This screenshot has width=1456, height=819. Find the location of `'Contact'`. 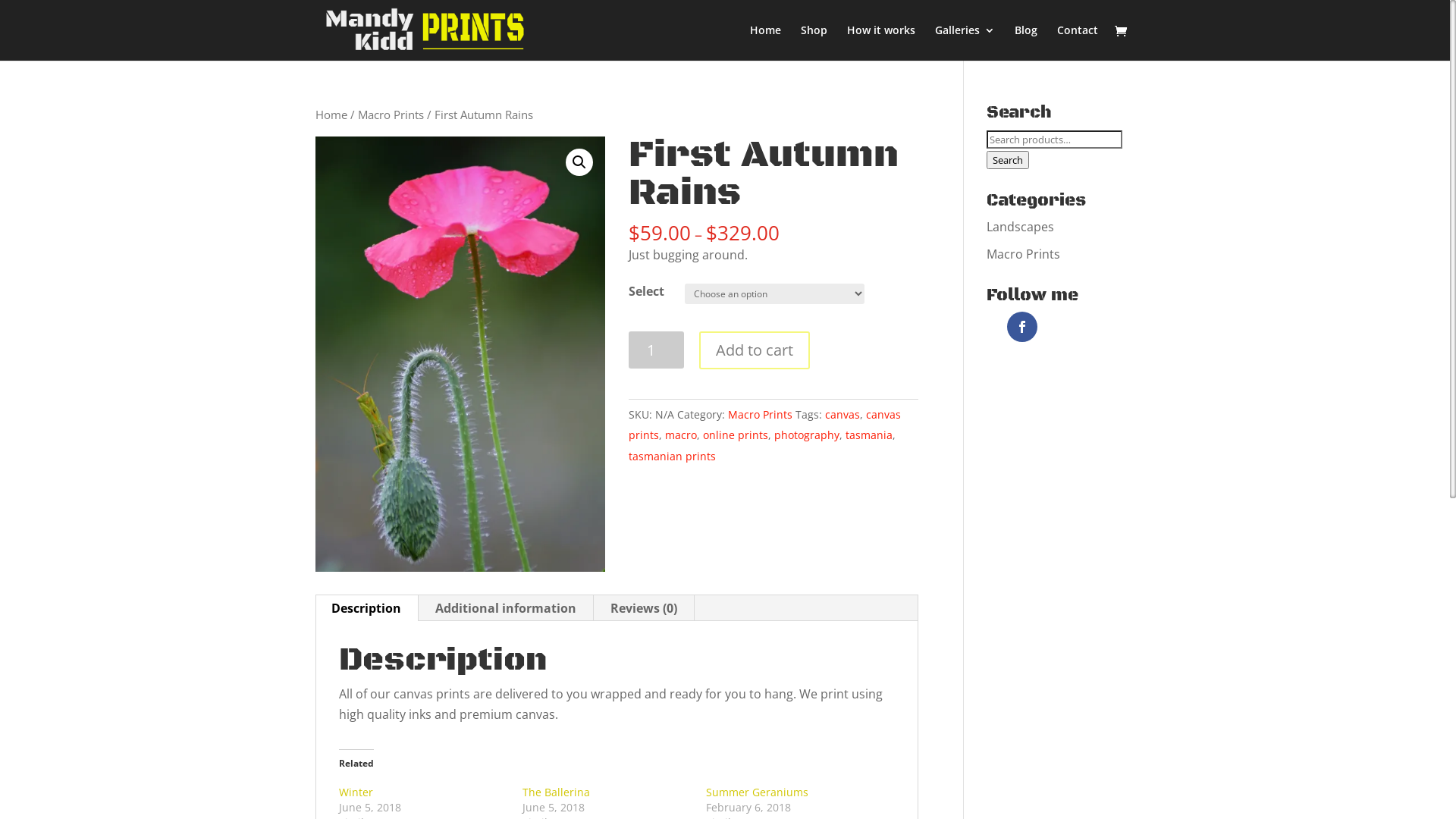

'Contact' is located at coordinates (1076, 42).